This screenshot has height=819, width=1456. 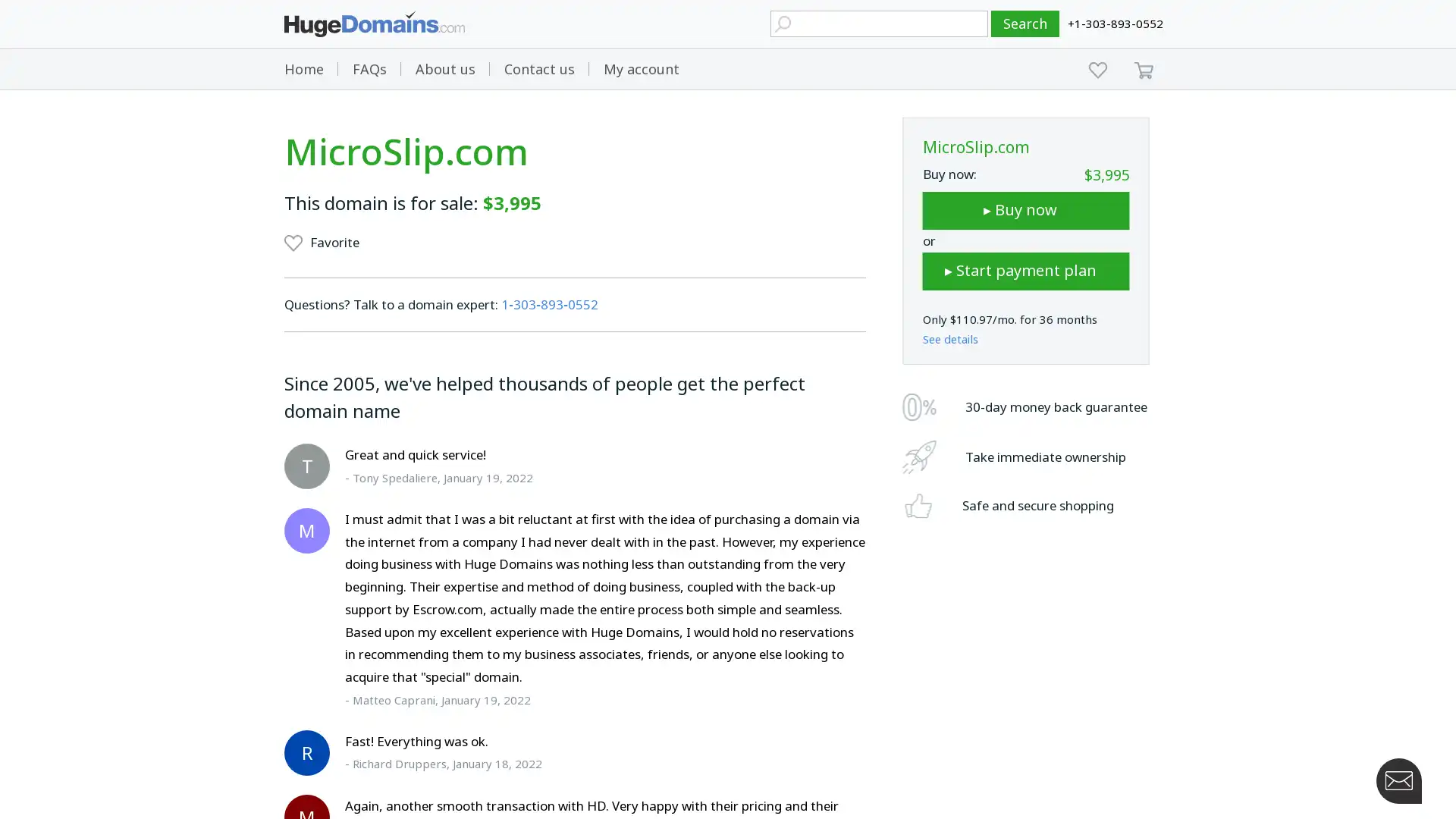 What do you see at coordinates (1025, 24) in the screenshot?
I see `Search` at bounding box center [1025, 24].